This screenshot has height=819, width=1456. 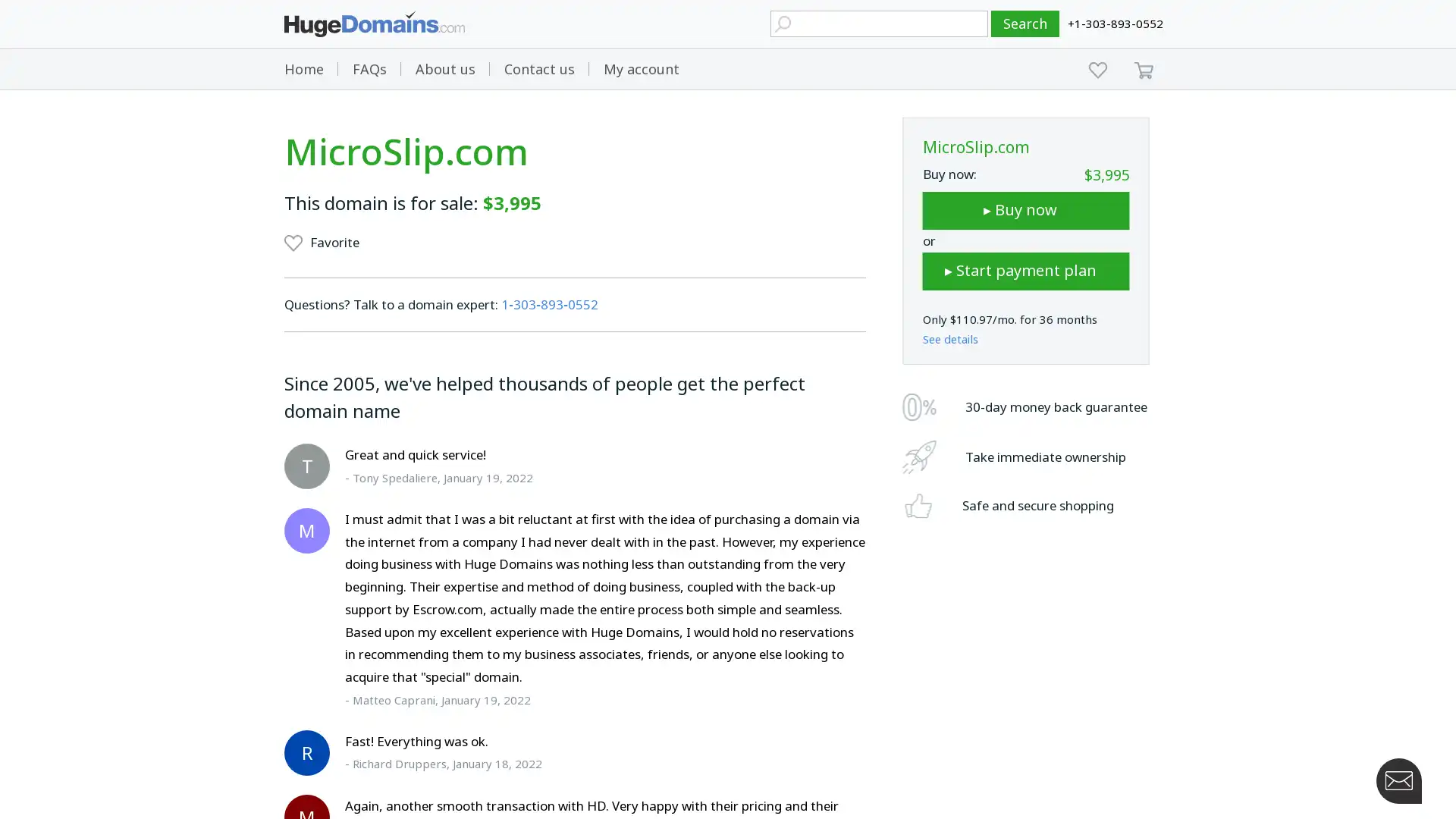 What do you see at coordinates (1025, 24) in the screenshot?
I see `Search` at bounding box center [1025, 24].